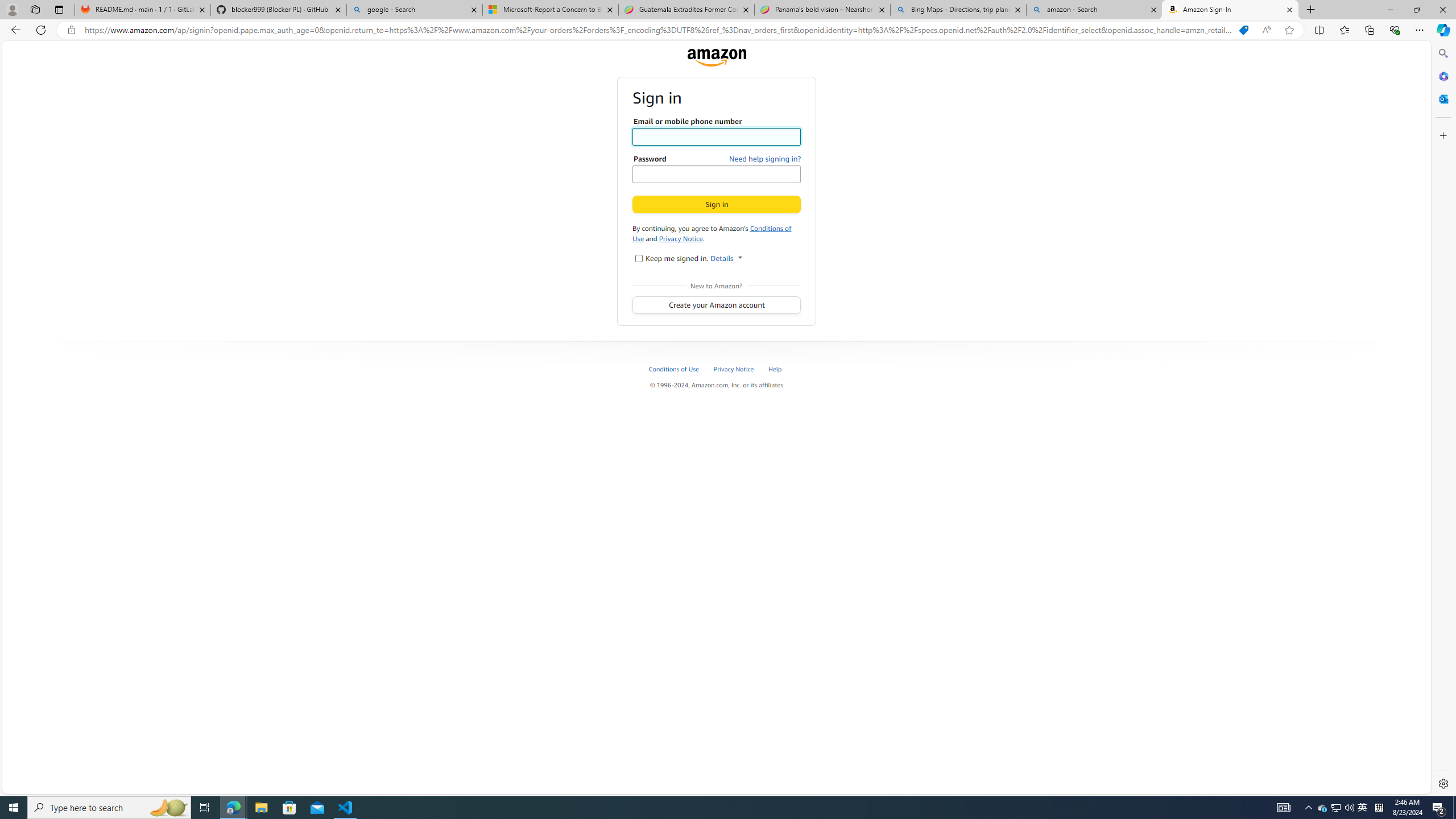  I want to click on 'Details ', so click(726, 258).